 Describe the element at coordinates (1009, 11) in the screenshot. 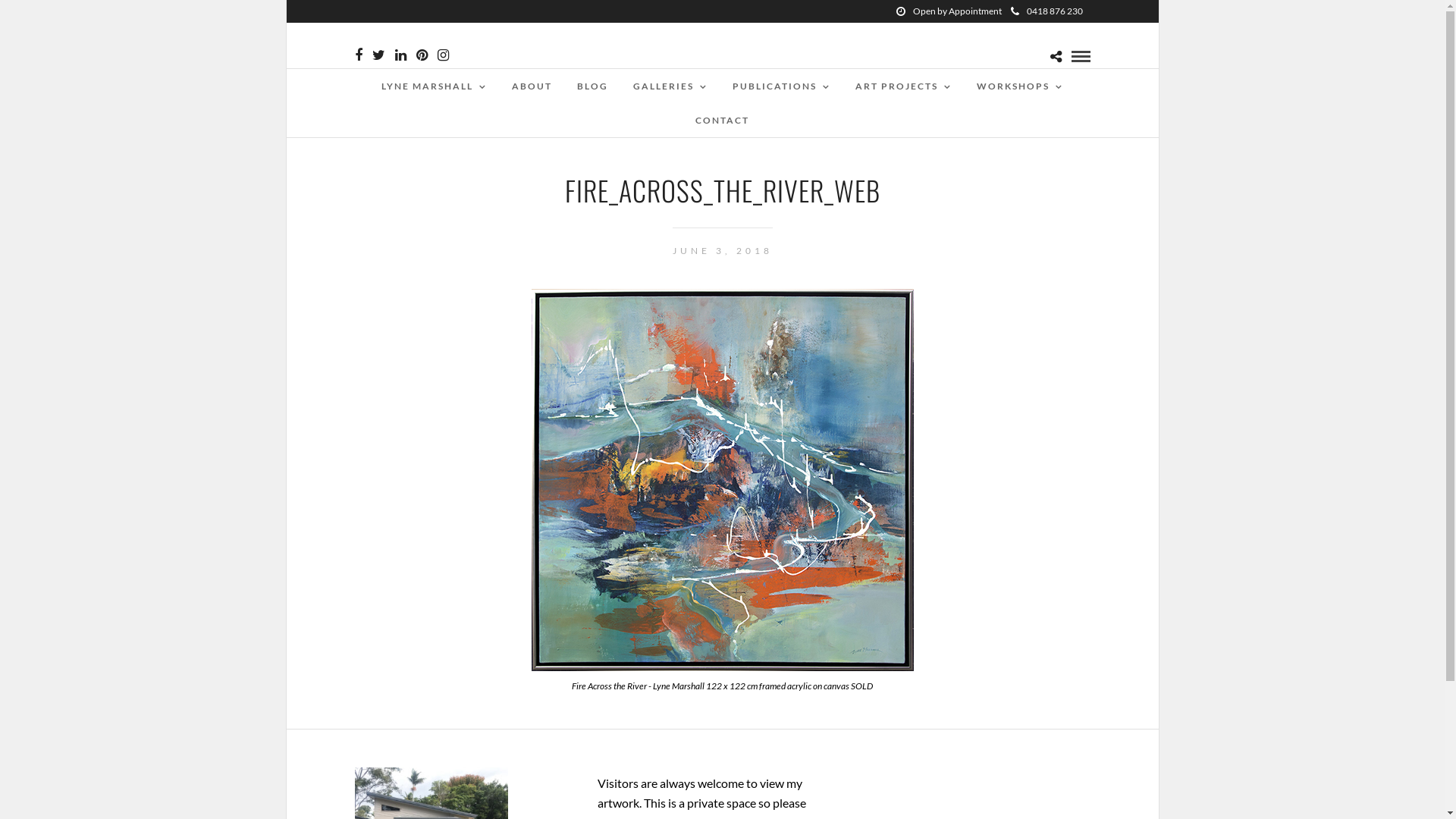

I see `'0418 876 230'` at that location.